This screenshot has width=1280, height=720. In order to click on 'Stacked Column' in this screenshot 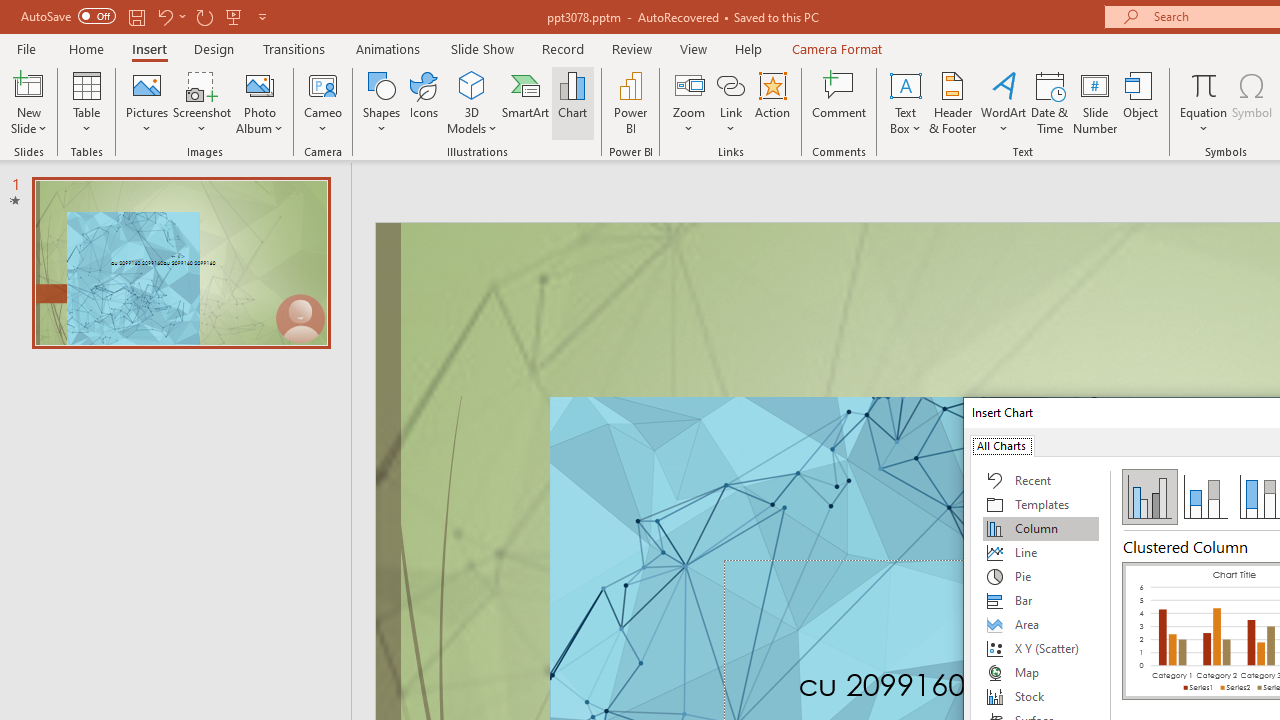, I will do `click(1204, 495)`.